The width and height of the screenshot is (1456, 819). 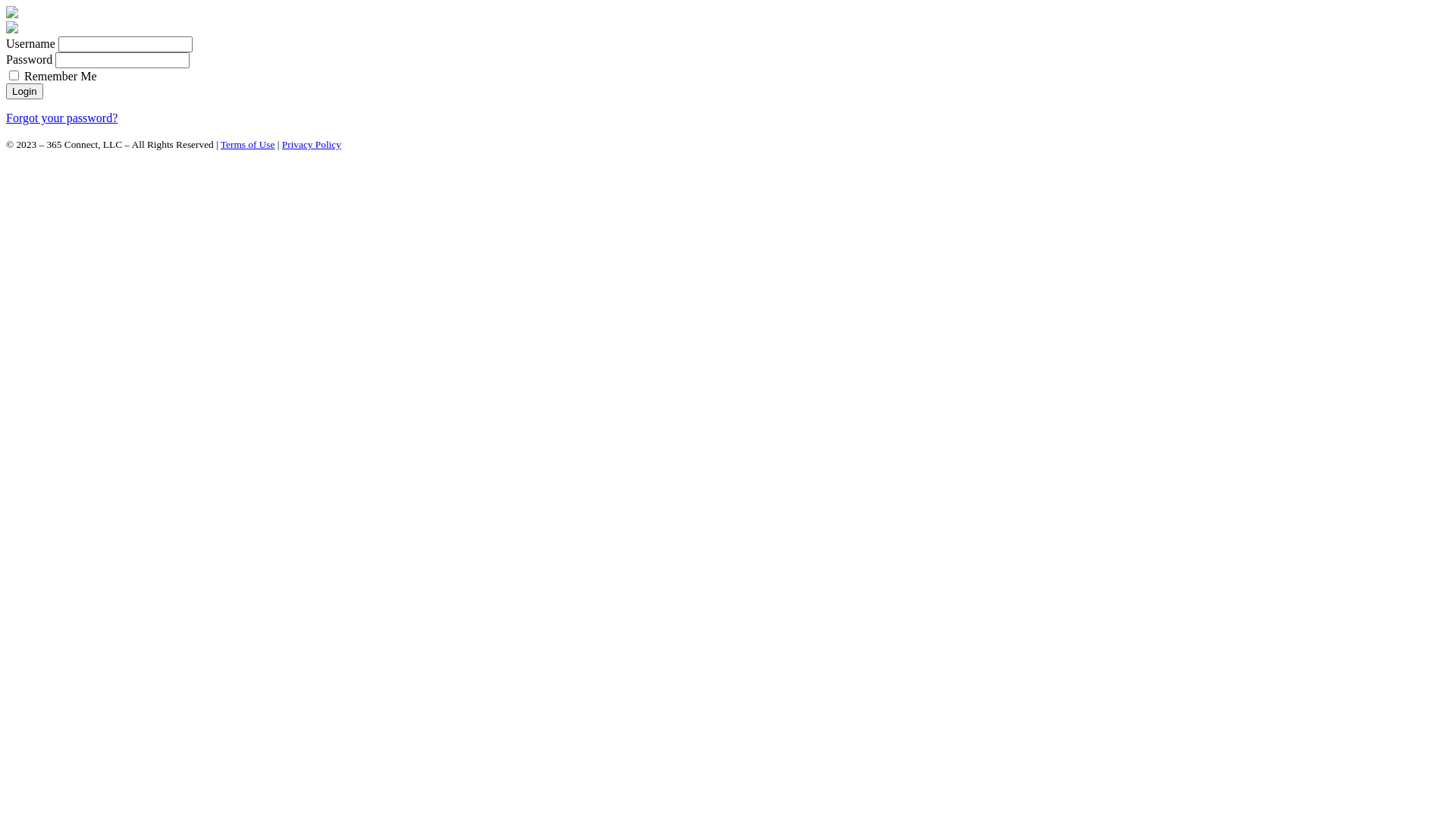 I want to click on 'Privacy Policy', so click(x=311, y=144).